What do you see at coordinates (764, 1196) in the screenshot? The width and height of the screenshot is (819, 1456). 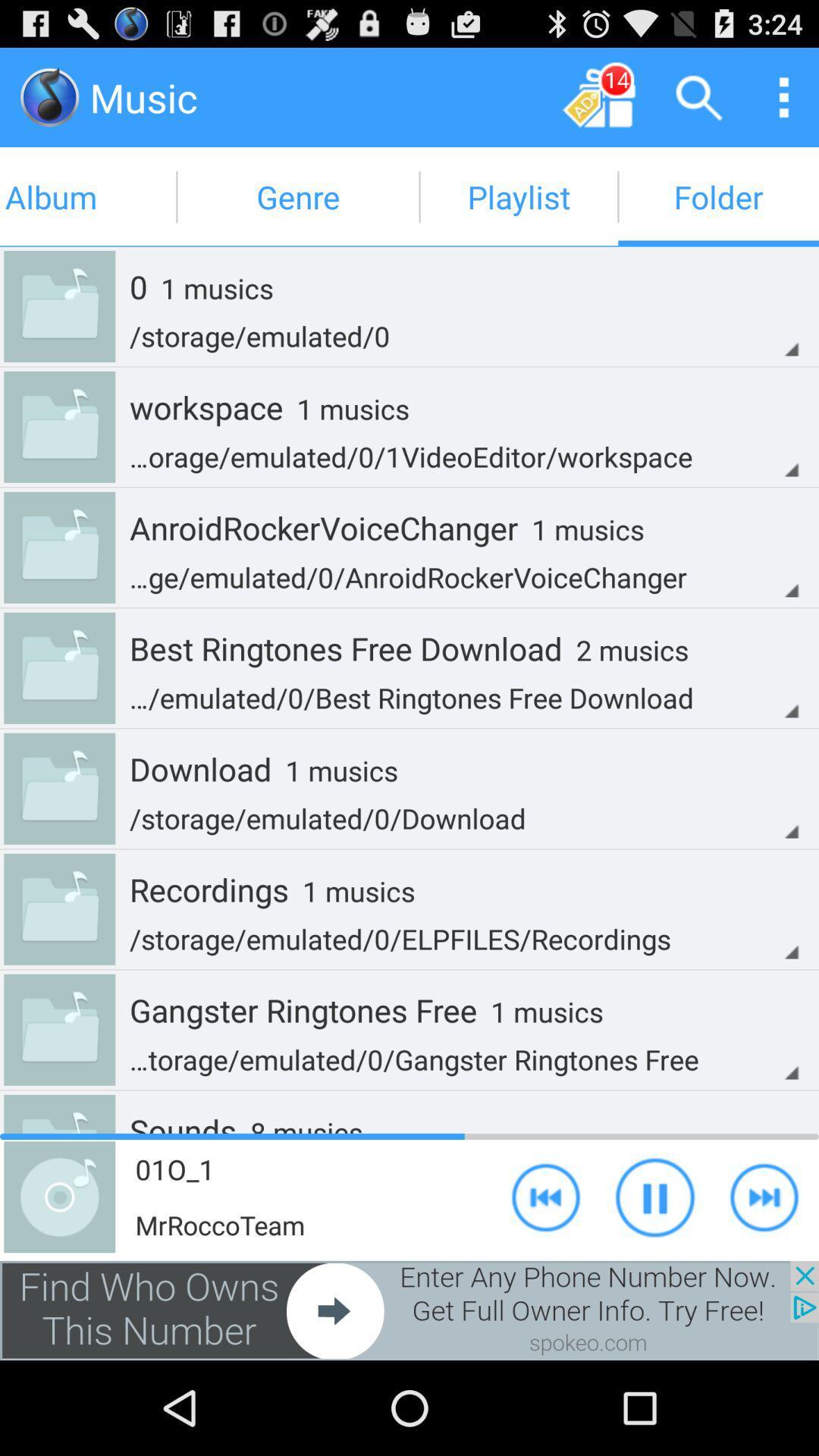 I see `play option` at bounding box center [764, 1196].